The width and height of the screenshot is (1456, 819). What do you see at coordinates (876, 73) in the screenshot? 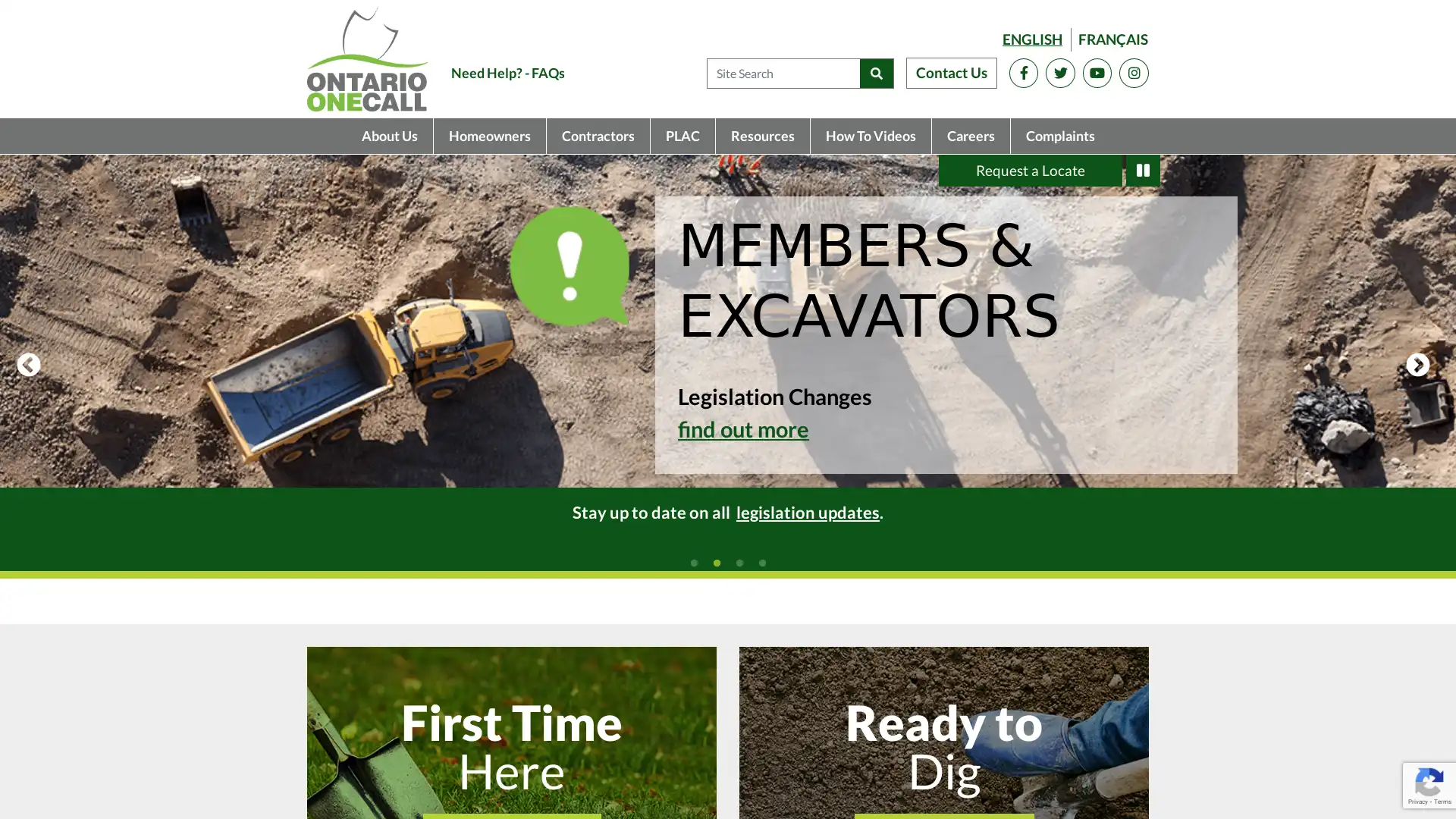
I see `Search` at bounding box center [876, 73].